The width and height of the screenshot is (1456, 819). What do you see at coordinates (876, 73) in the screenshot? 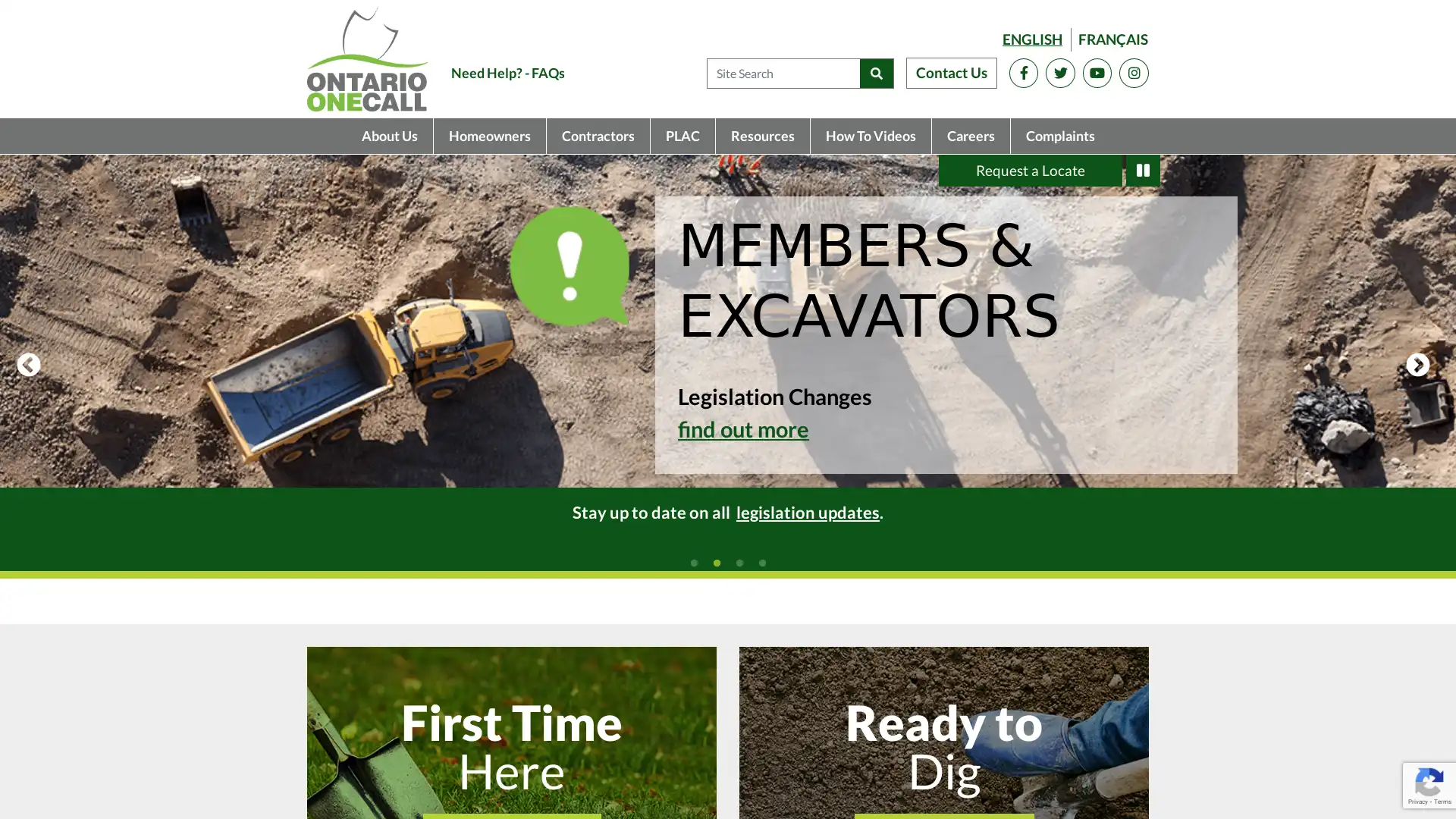
I see `Search` at bounding box center [876, 73].